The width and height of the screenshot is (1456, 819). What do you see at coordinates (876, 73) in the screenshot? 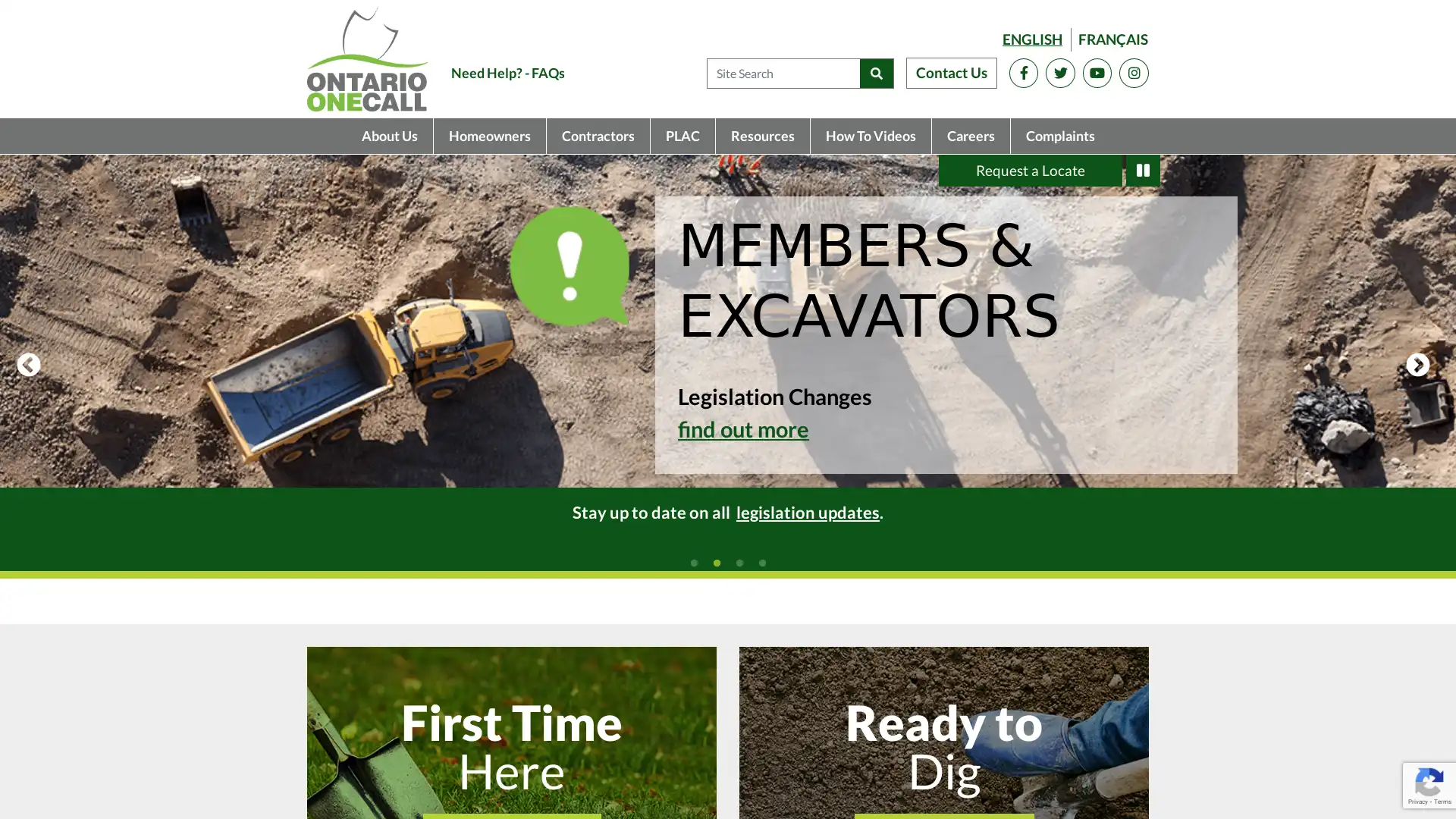
I see `Search` at bounding box center [876, 73].